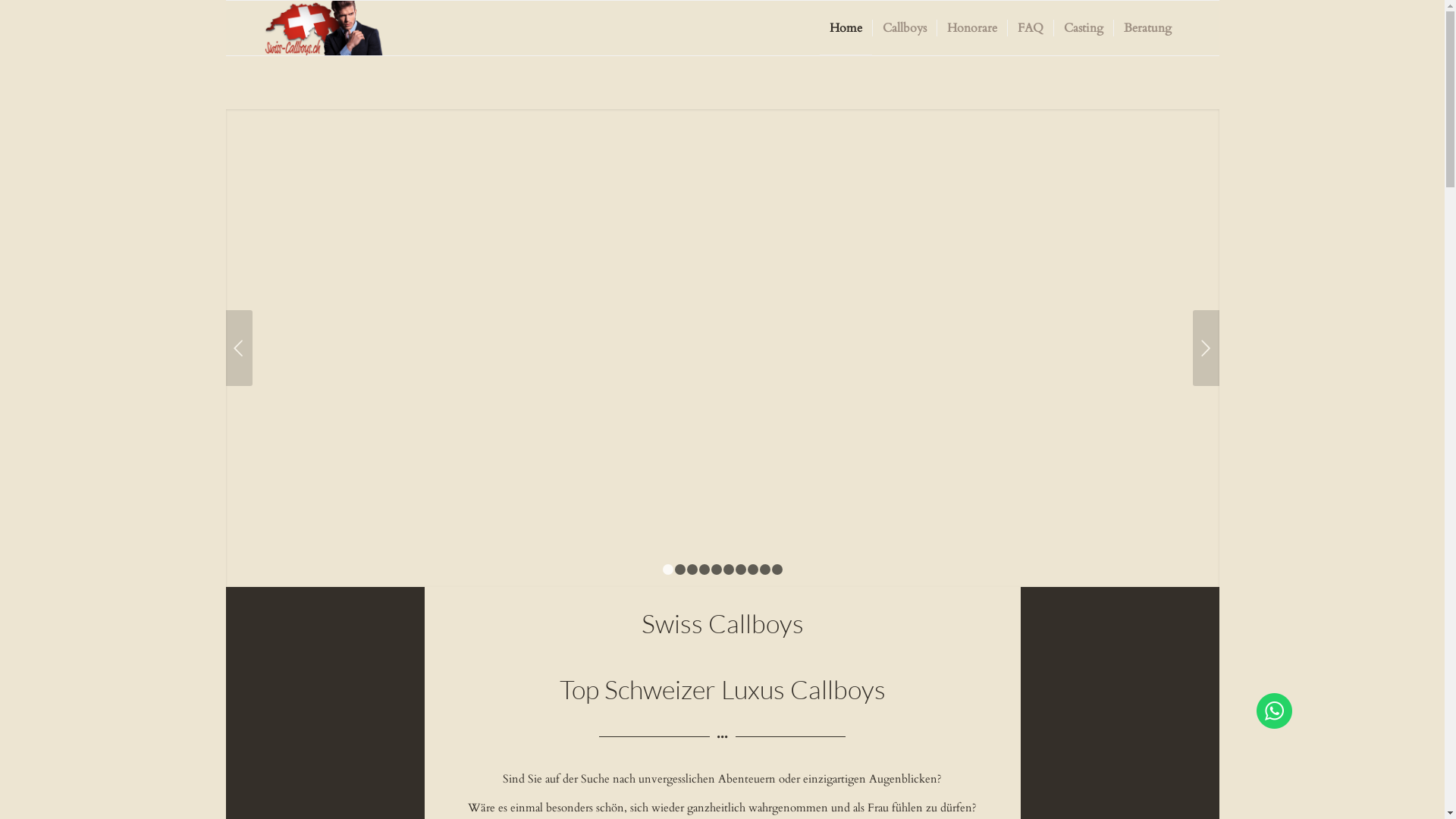  What do you see at coordinates (679, 570) in the screenshot?
I see `'2'` at bounding box center [679, 570].